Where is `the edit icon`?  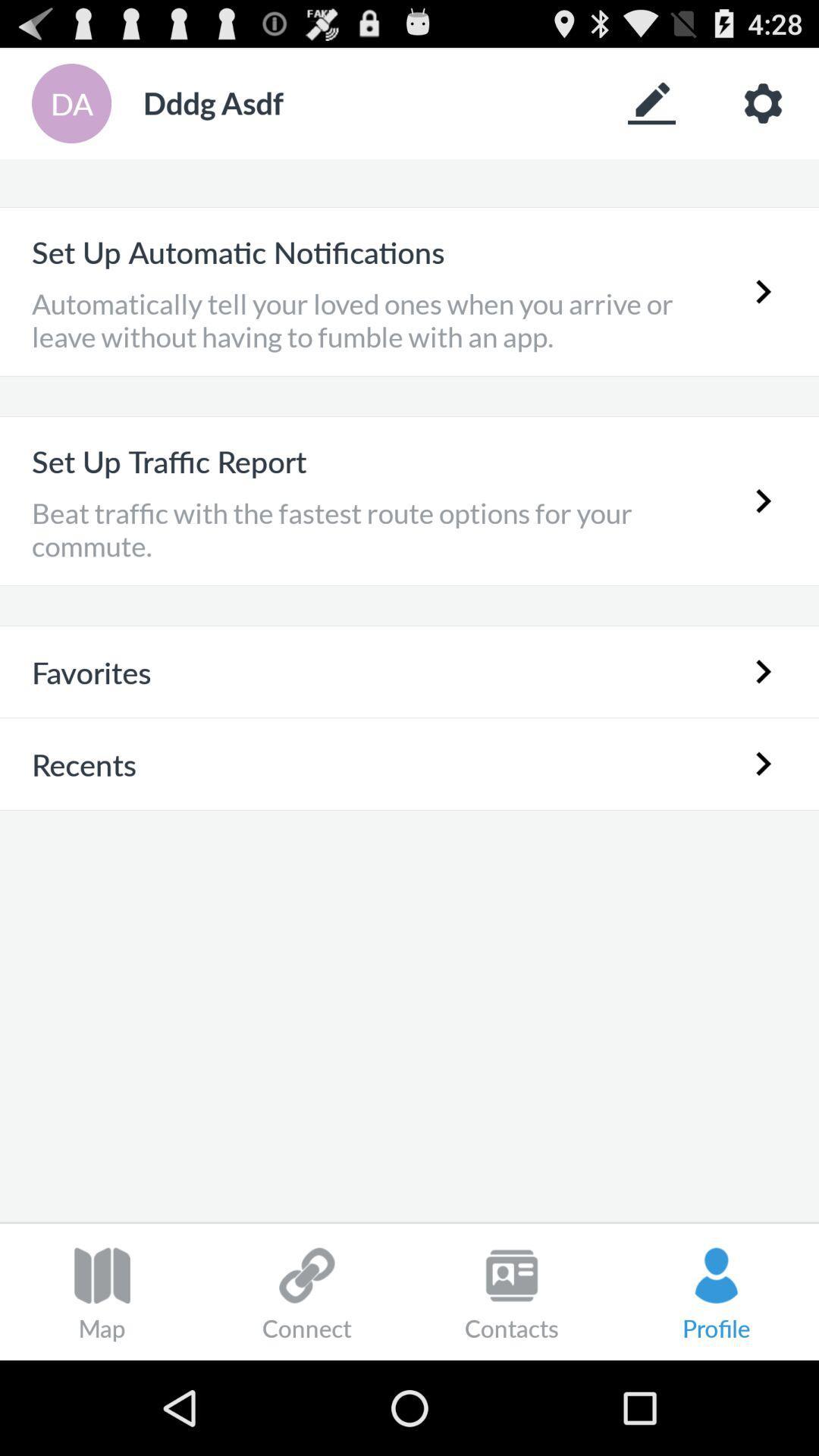
the edit icon is located at coordinates (651, 110).